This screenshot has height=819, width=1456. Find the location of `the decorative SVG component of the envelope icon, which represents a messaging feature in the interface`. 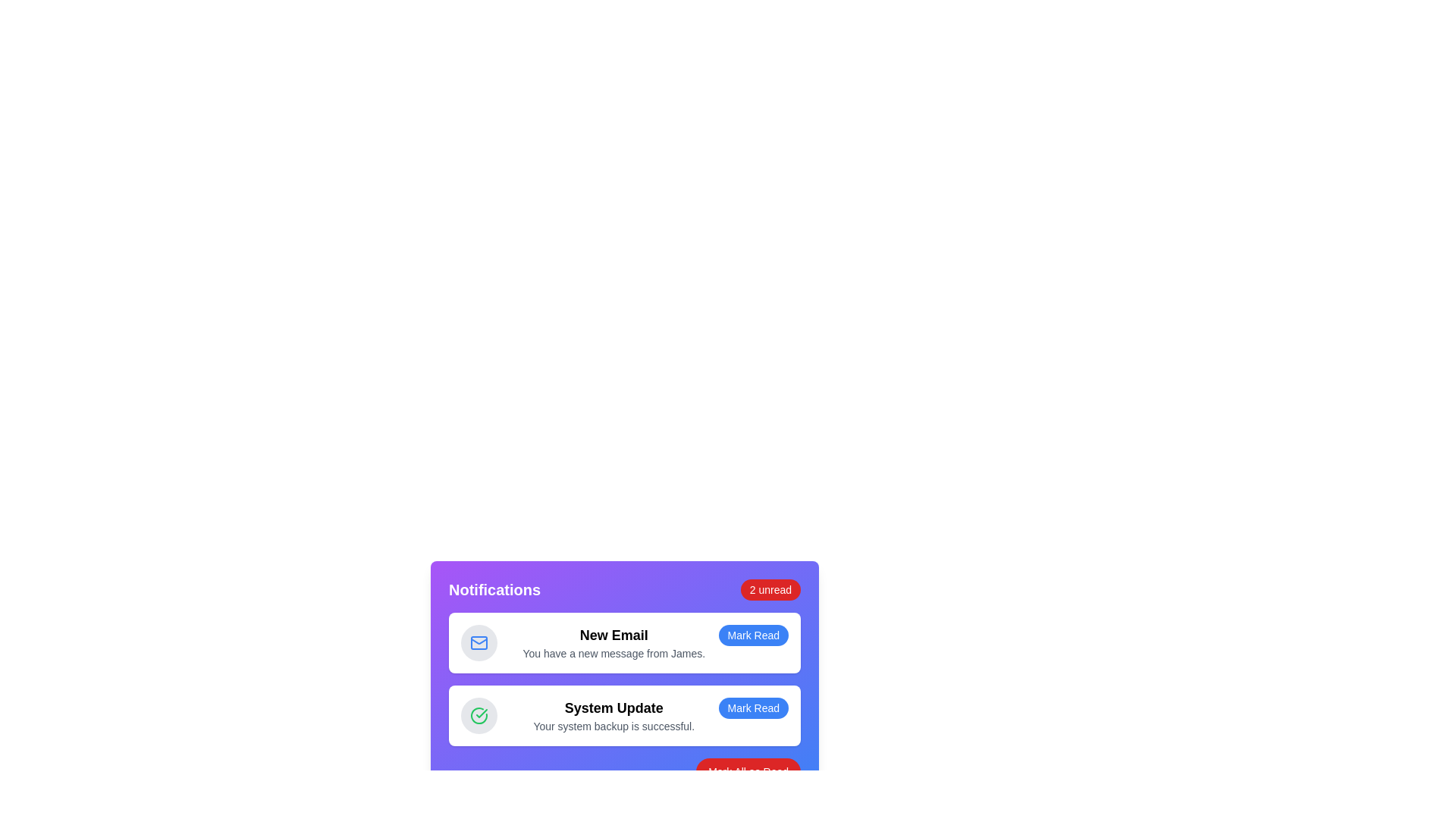

the decorative SVG component of the envelope icon, which represents a messaging feature in the interface is located at coordinates (479, 640).